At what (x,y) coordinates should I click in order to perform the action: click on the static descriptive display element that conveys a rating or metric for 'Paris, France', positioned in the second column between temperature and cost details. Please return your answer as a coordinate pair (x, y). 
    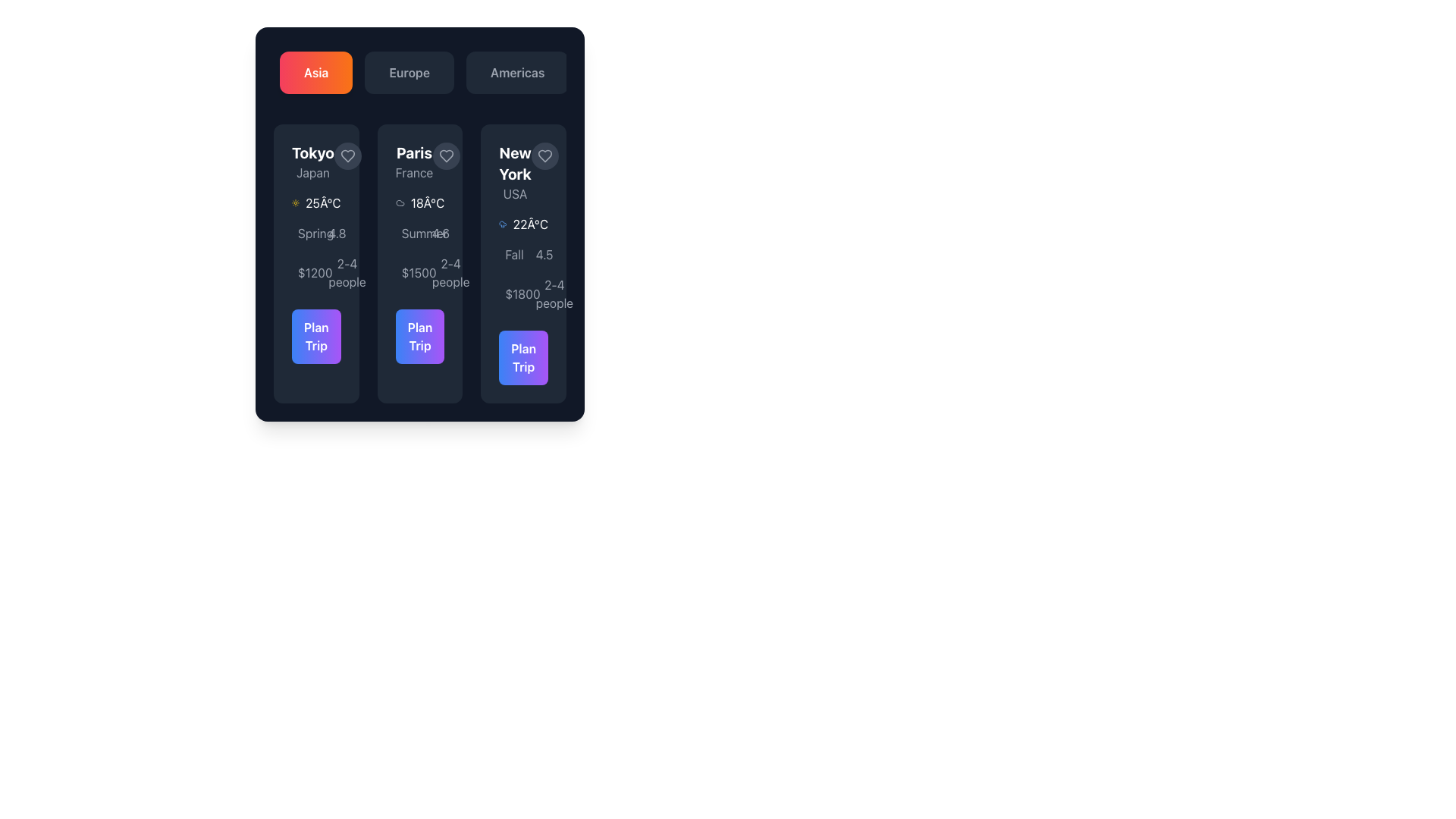
    Looking at the image, I should click on (435, 234).